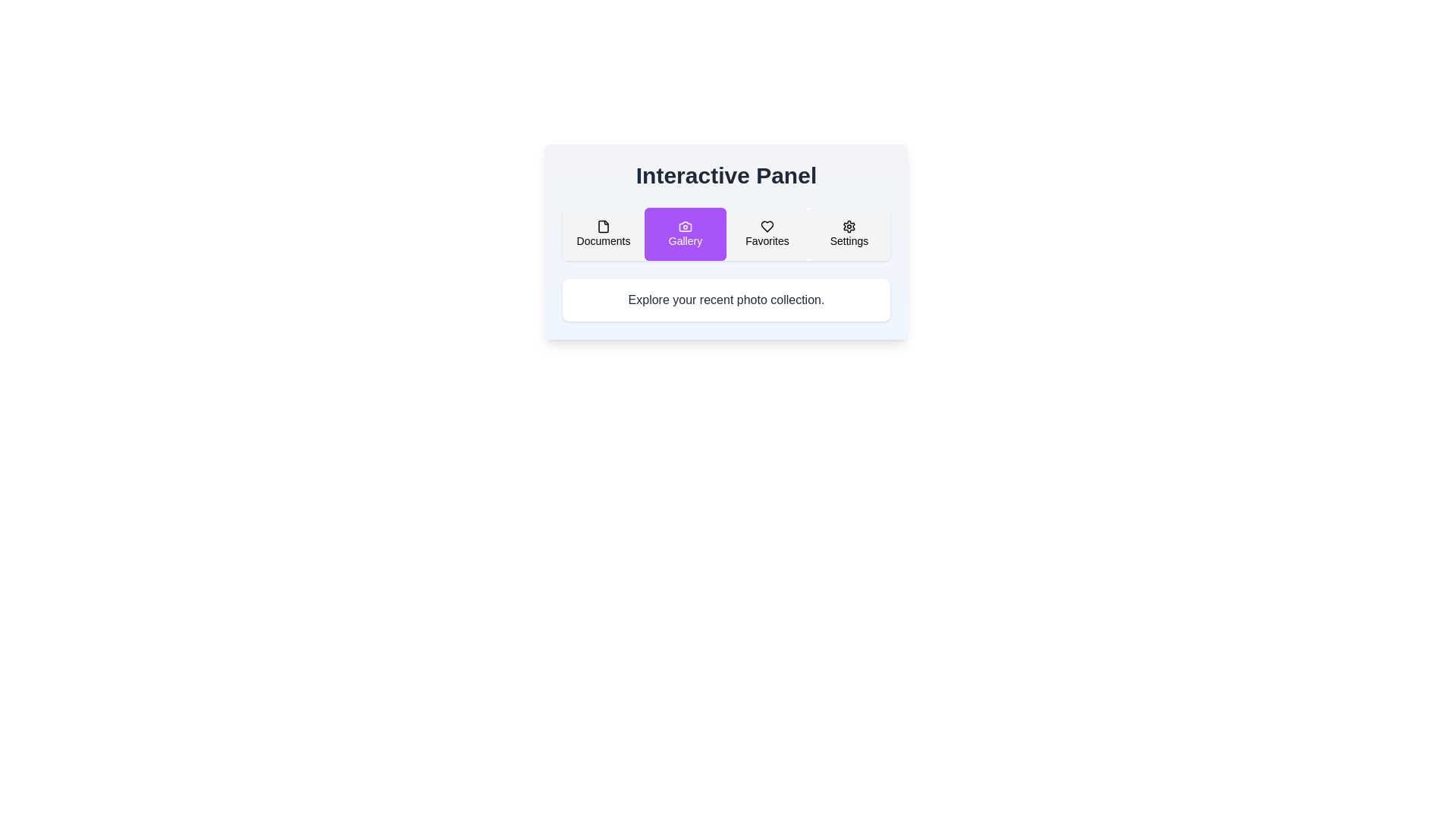  Describe the element at coordinates (767, 227) in the screenshot. I see `the 'Favorites' icon, which is the third icon from the left in the top row of the interactive panel, used for bookmarking or saving items` at that location.